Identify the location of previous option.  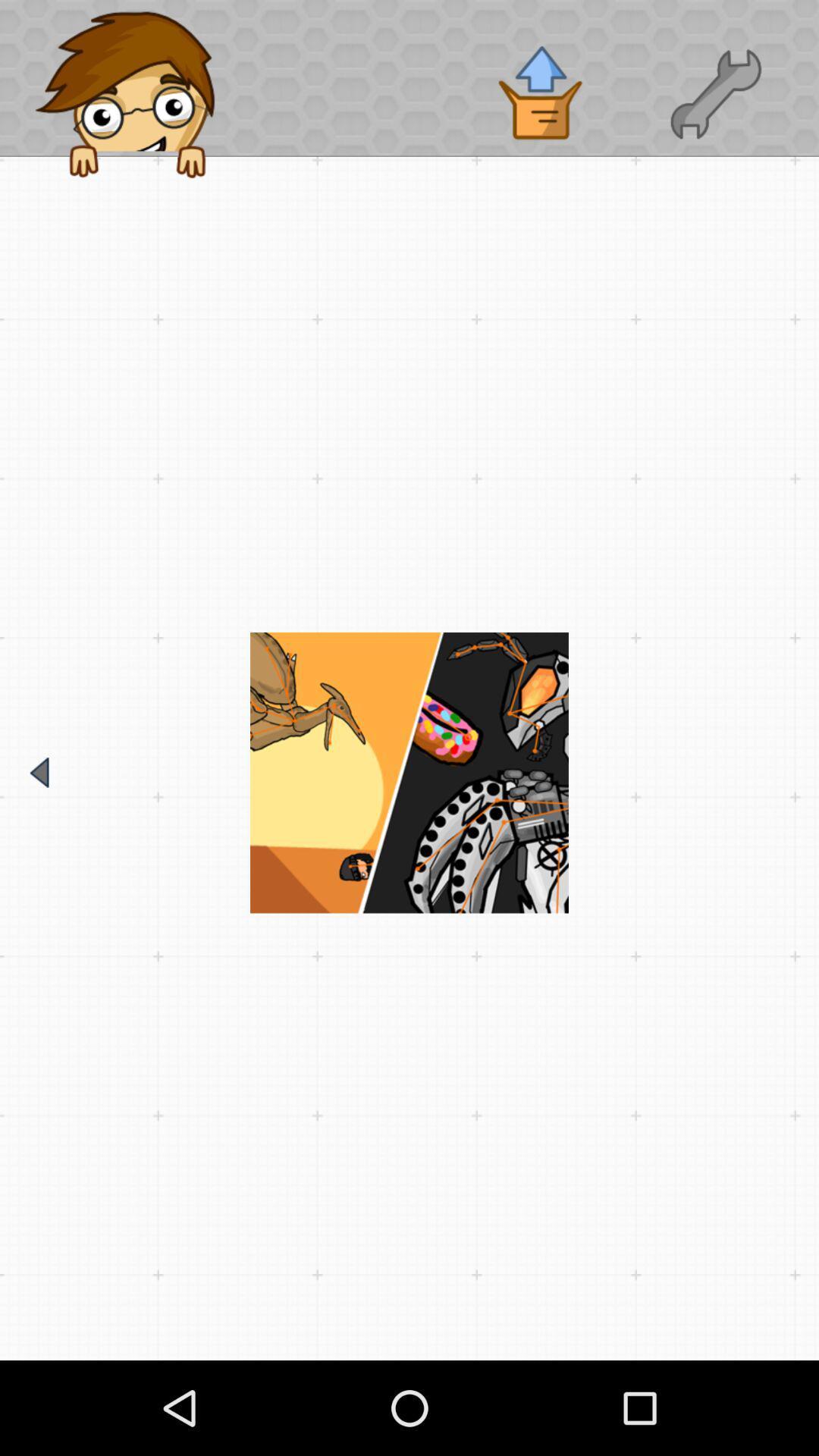
(39, 772).